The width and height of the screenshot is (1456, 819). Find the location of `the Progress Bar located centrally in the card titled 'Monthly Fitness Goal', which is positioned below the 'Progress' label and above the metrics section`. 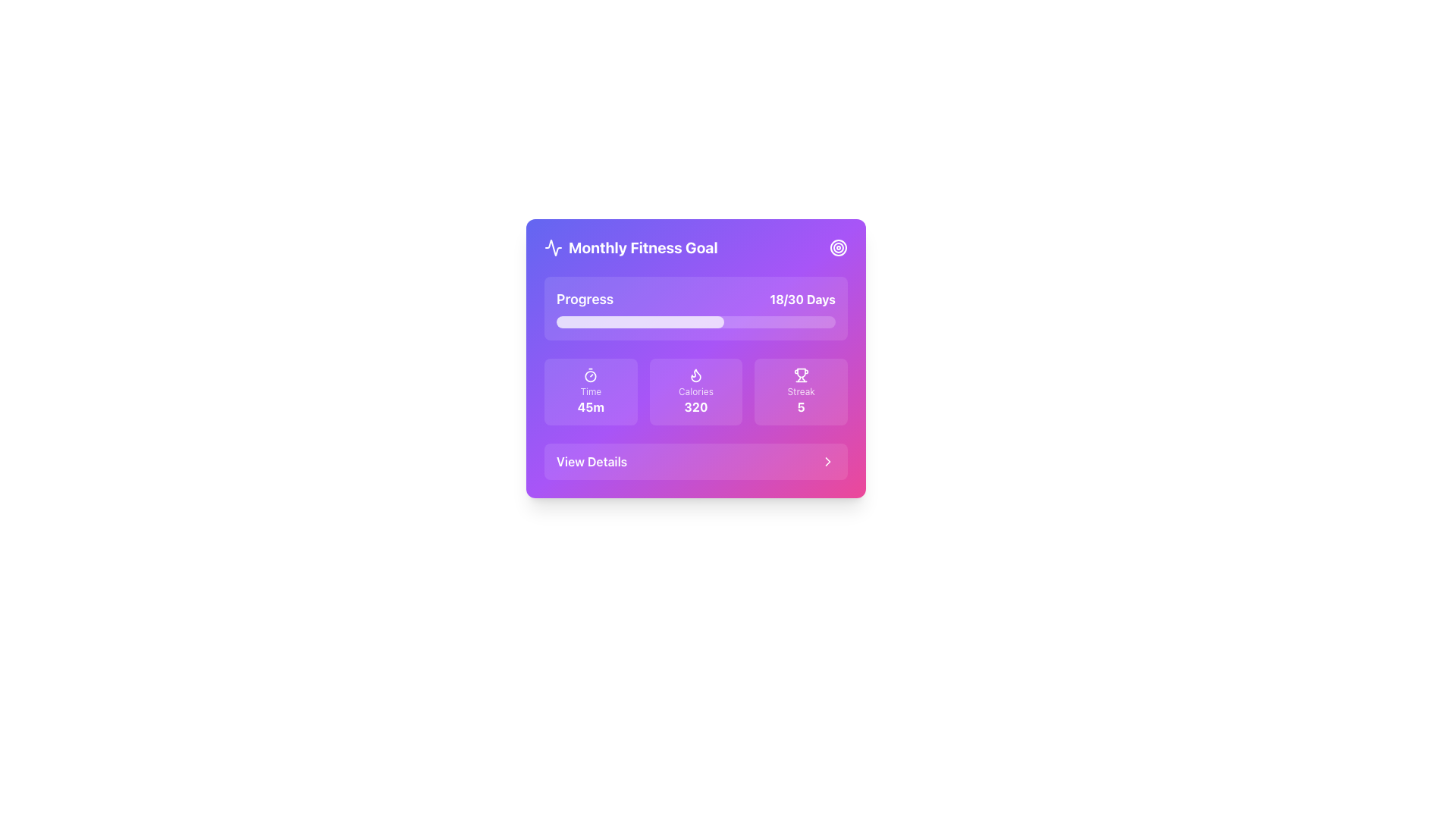

the Progress Bar located centrally in the card titled 'Monthly Fitness Goal', which is positioned below the 'Progress' label and above the metrics section is located at coordinates (640, 321).